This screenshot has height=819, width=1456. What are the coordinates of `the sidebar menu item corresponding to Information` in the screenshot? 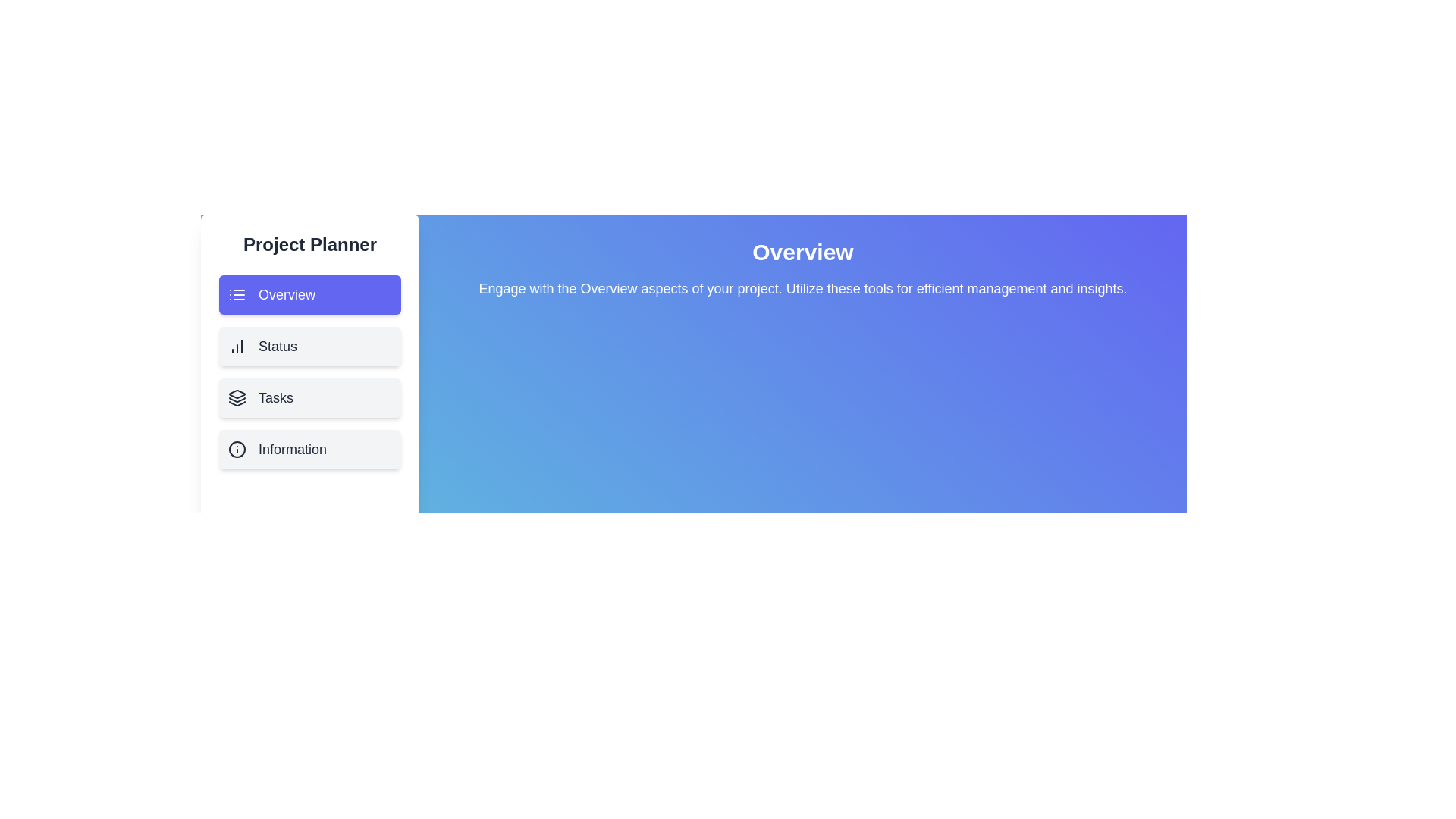 It's located at (309, 449).